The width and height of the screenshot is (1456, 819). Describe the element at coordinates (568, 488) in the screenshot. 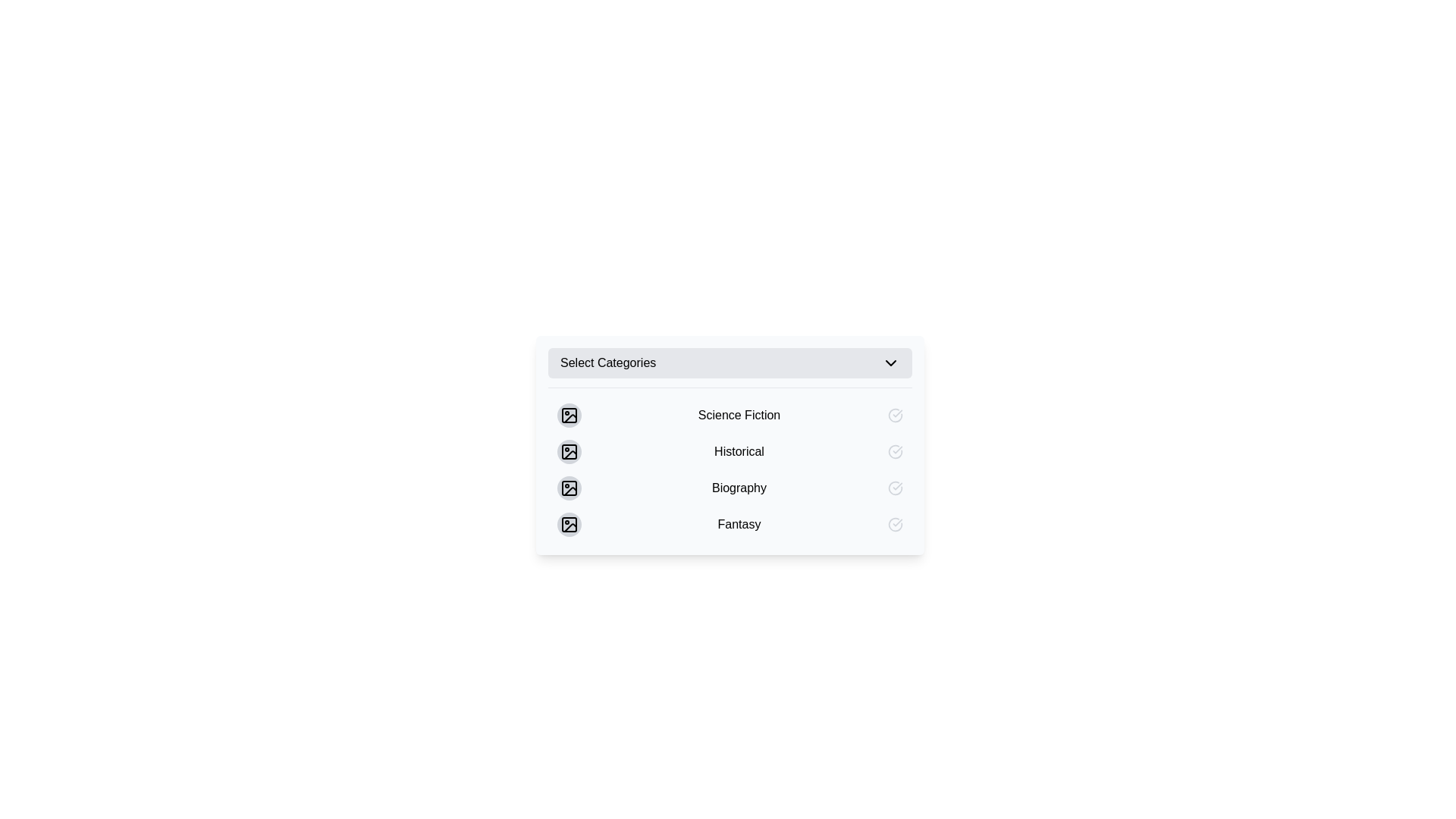

I see `the button with an icon` at that location.